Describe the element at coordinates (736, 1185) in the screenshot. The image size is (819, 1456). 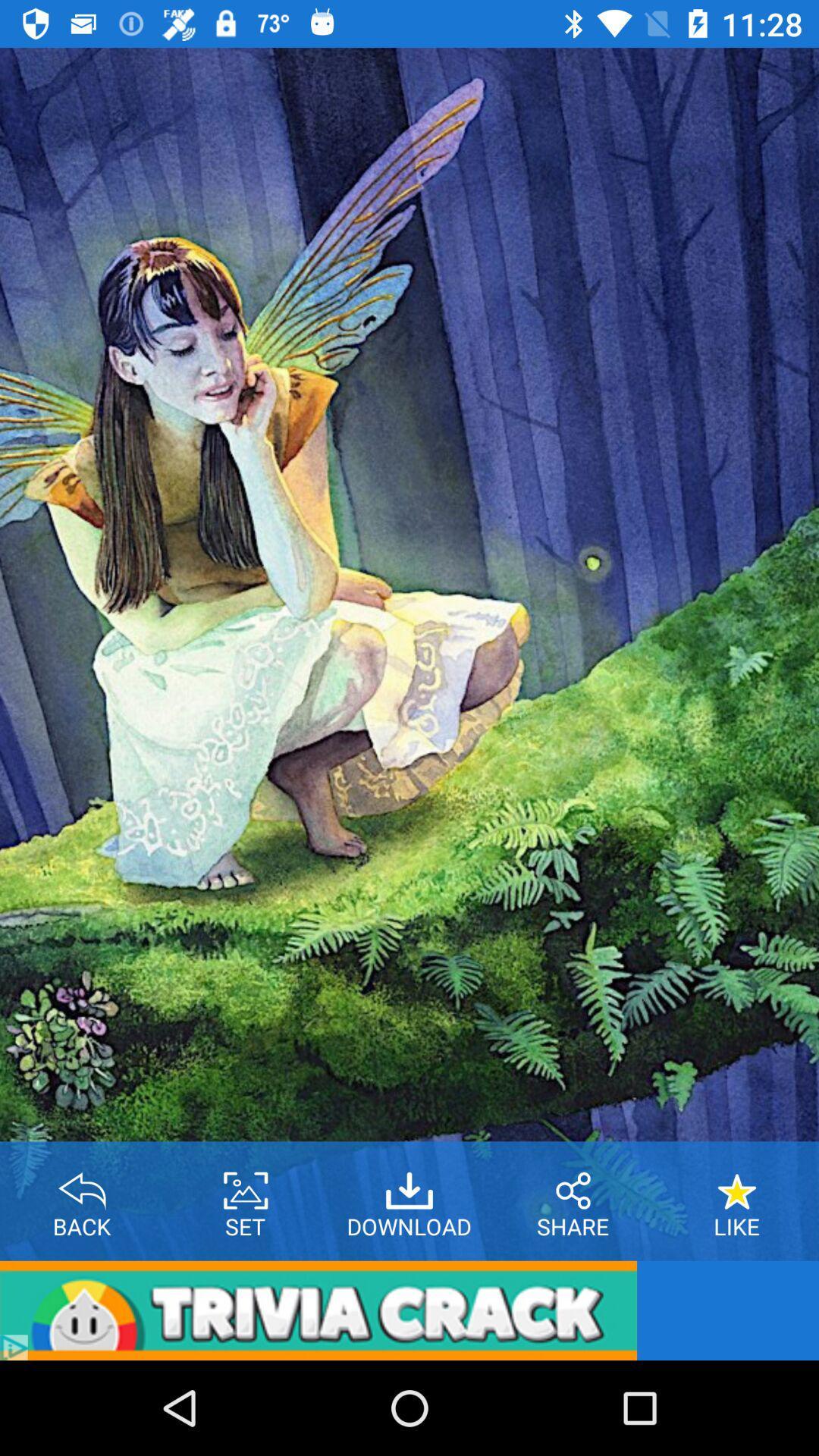
I see `like opinion` at that location.